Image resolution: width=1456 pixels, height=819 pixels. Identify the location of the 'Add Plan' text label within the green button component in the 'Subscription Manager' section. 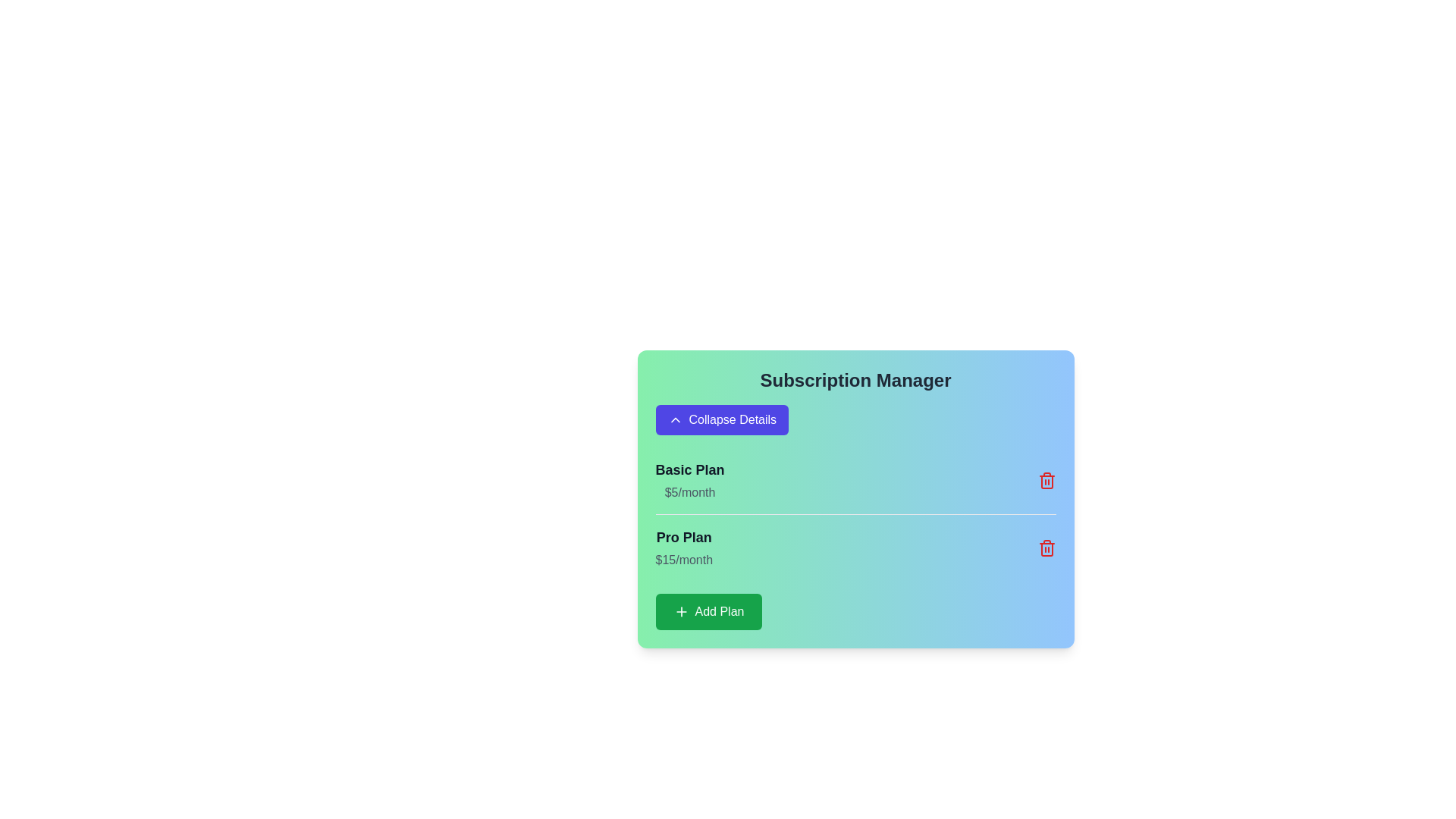
(719, 610).